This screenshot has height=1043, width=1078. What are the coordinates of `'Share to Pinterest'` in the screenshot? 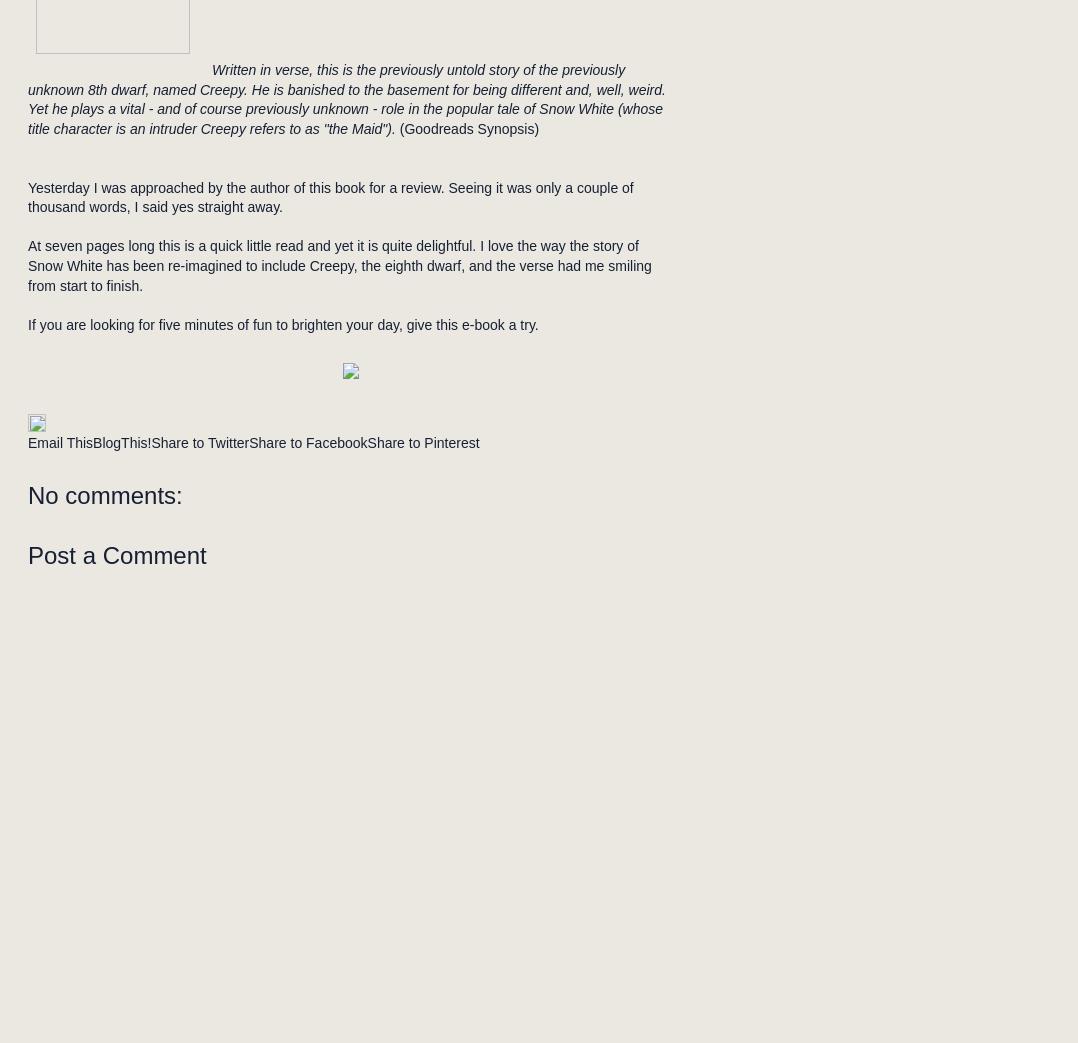 It's located at (422, 442).